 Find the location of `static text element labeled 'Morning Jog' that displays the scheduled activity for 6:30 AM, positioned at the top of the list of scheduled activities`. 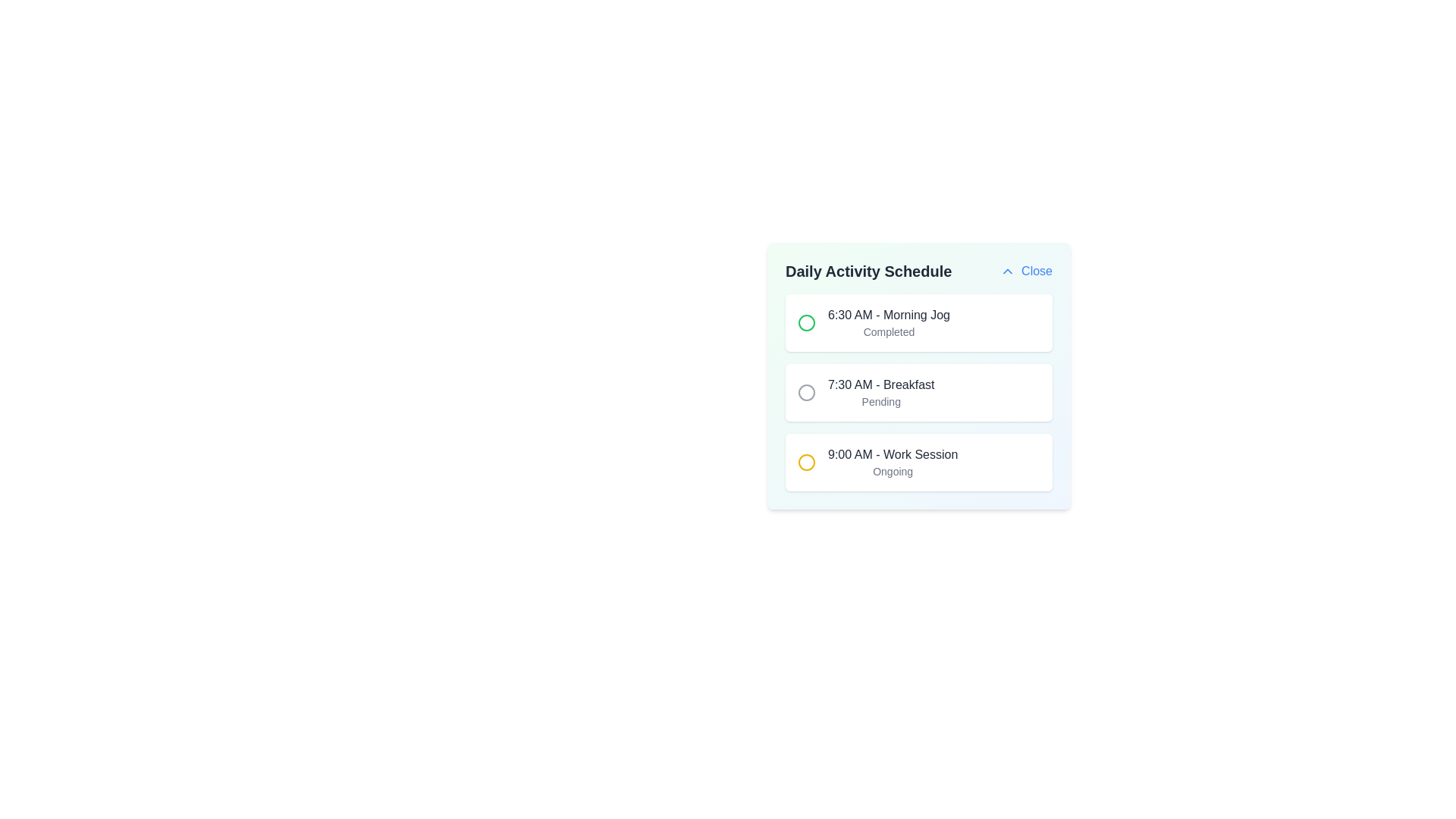

static text element labeled 'Morning Jog' that displays the scheduled activity for 6:30 AM, positioned at the top of the list of scheduled activities is located at coordinates (889, 315).